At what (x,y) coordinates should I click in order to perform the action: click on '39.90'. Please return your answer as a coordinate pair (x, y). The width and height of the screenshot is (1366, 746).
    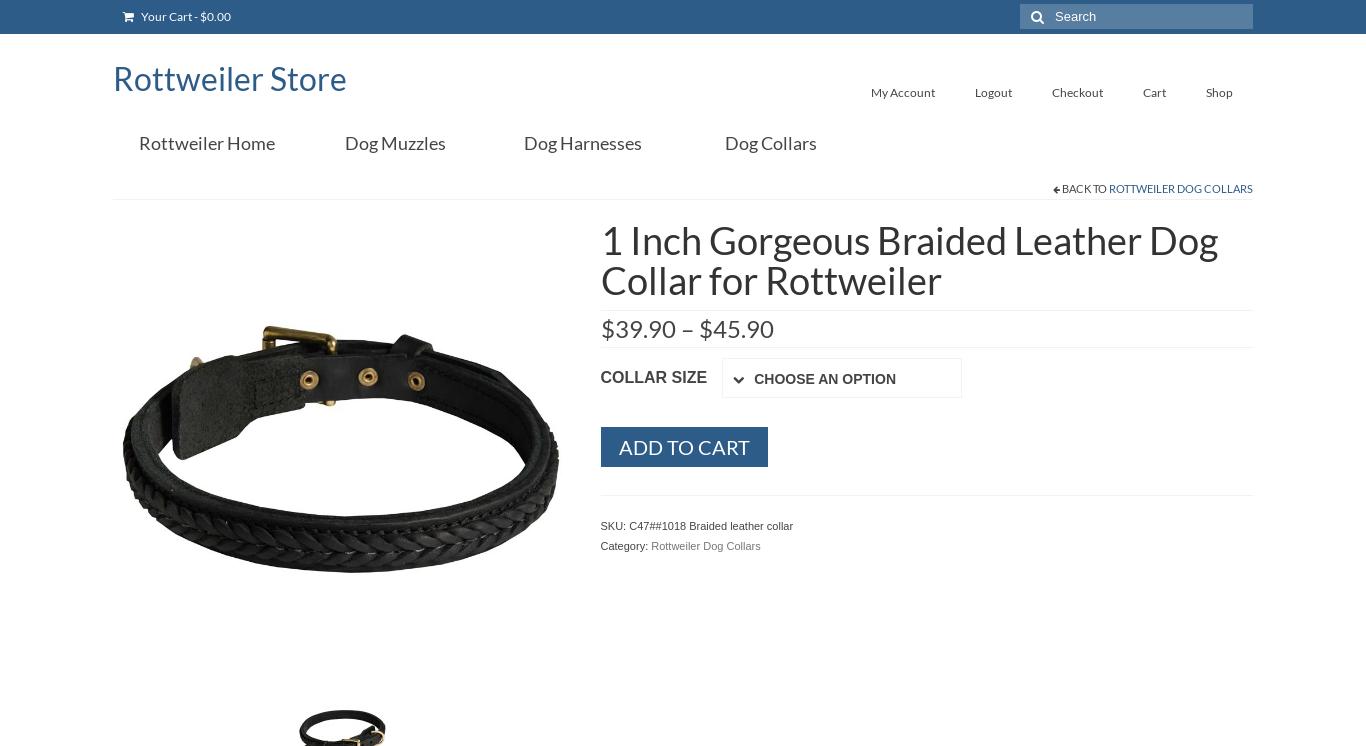
    Looking at the image, I should click on (643, 328).